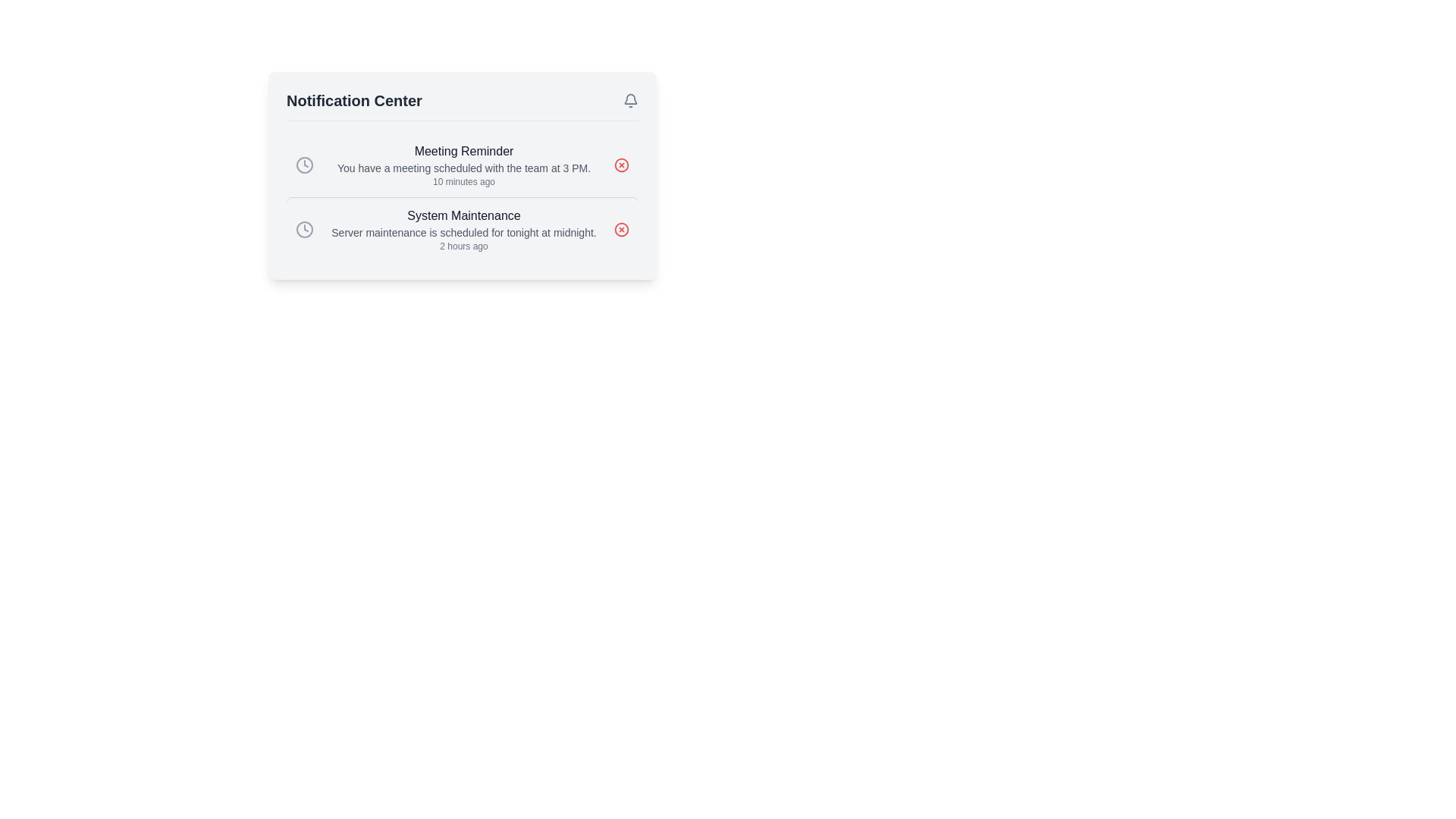 The image size is (1456, 819). What do you see at coordinates (463, 216) in the screenshot?
I see `text of the second notification title in the 'Notification Center', located just below the 'Meeting Reminder' notification` at bounding box center [463, 216].